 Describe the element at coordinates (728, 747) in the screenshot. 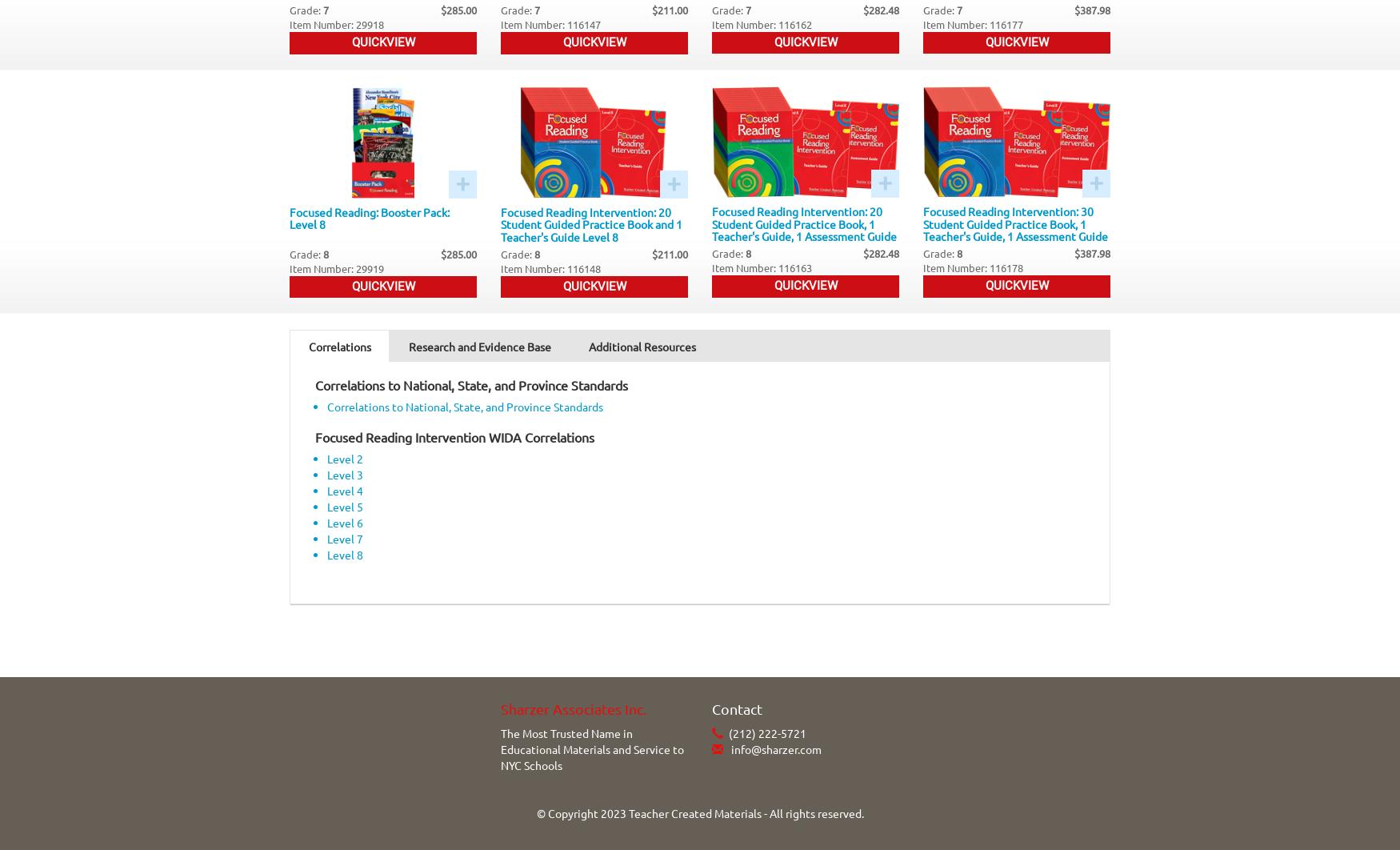

I see `'info@sharzer.com'` at that location.